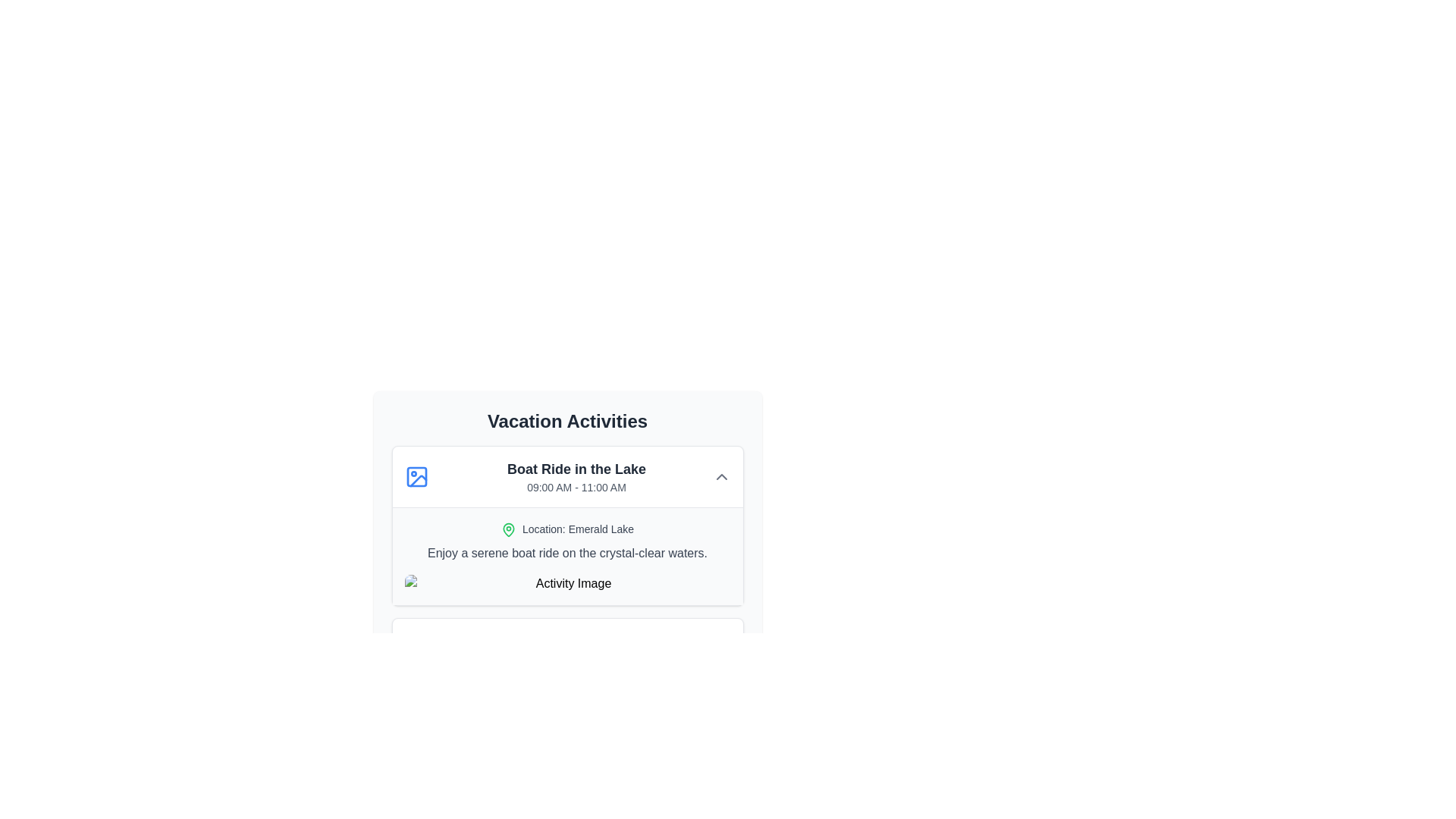 The height and width of the screenshot is (819, 1456). I want to click on the icon with a blue outline located to the left of the list item titled 'Boat Ride in the Lake', so click(416, 475).